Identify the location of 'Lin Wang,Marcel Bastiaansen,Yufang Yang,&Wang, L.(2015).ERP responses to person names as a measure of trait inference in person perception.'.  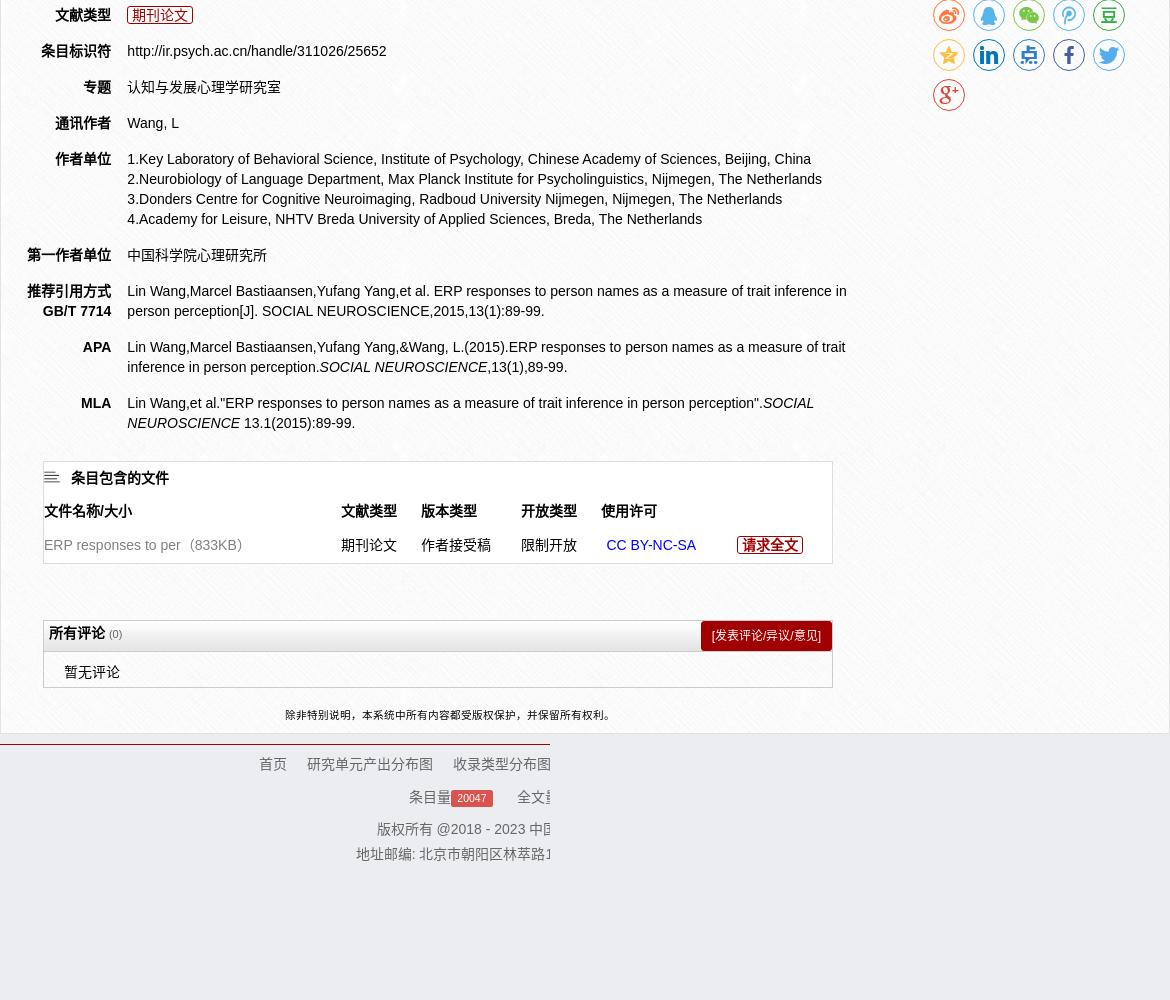
(486, 355).